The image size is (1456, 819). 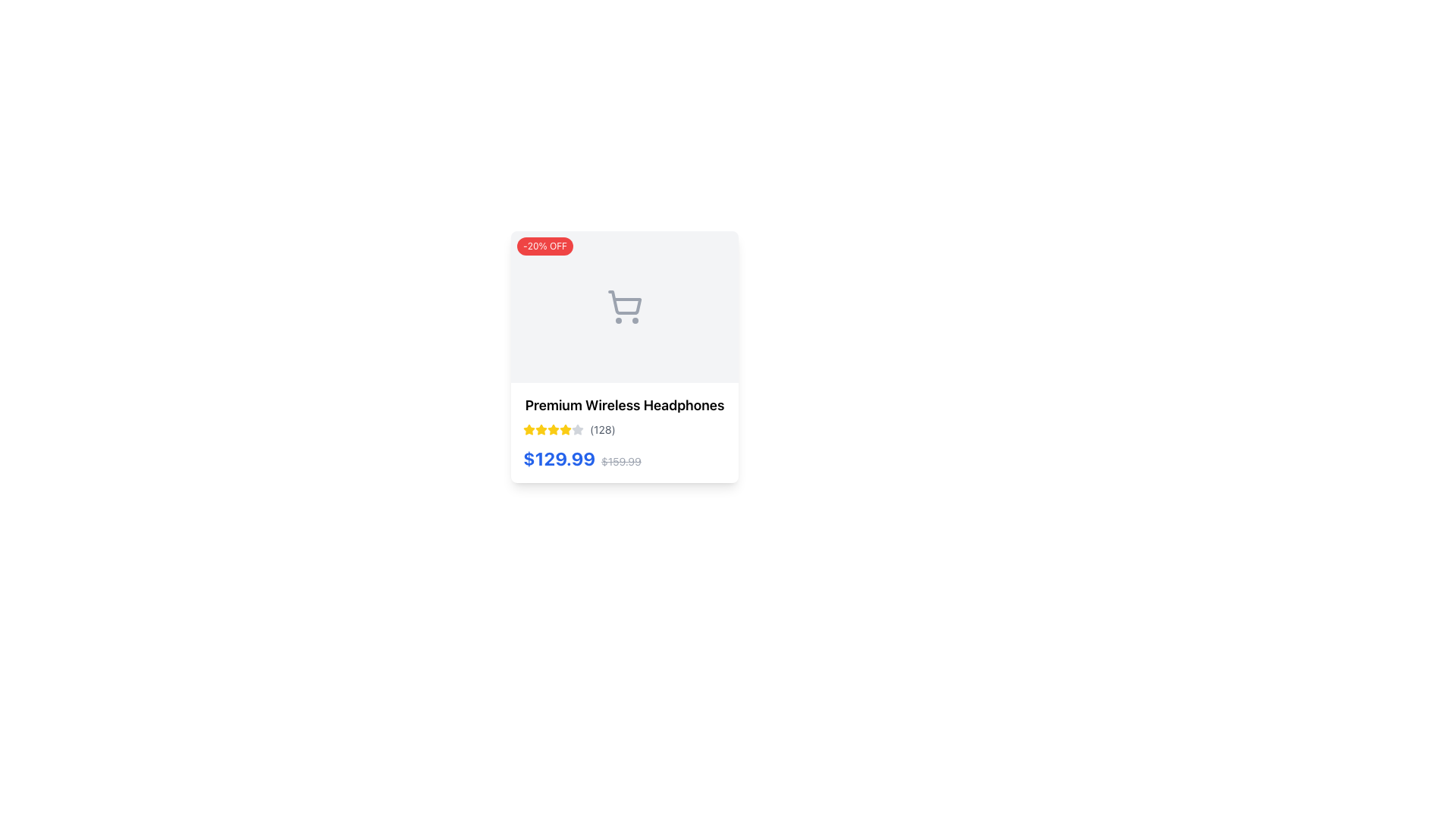 What do you see at coordinates (552, 429) in the screenshot?
I see `the third yellow star icon in the rating section of the 'Premium Wireless Headphones' product to interact with the rating system` at bounding box center [552, 429].